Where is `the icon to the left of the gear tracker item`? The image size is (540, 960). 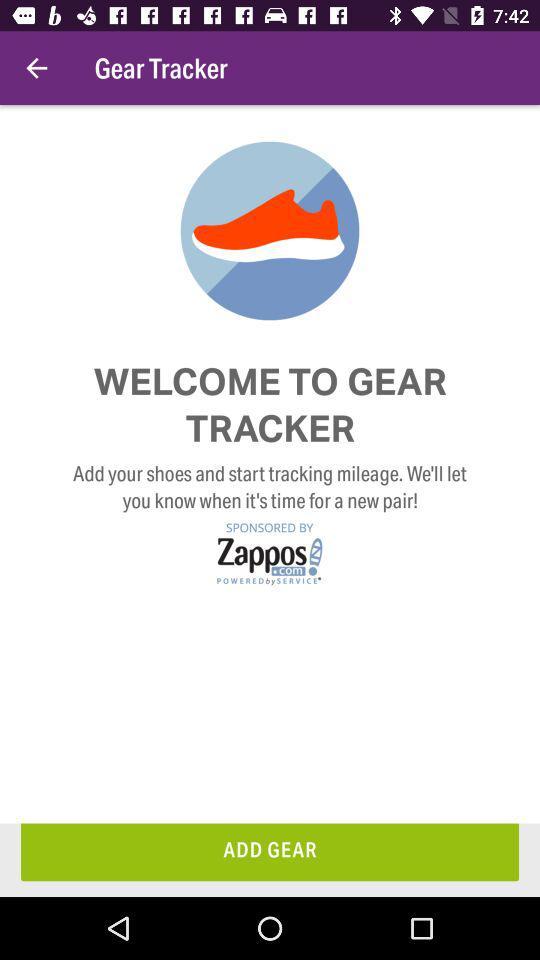
the icon to the left of the gear tracker item is located at coordinates (36, 68).